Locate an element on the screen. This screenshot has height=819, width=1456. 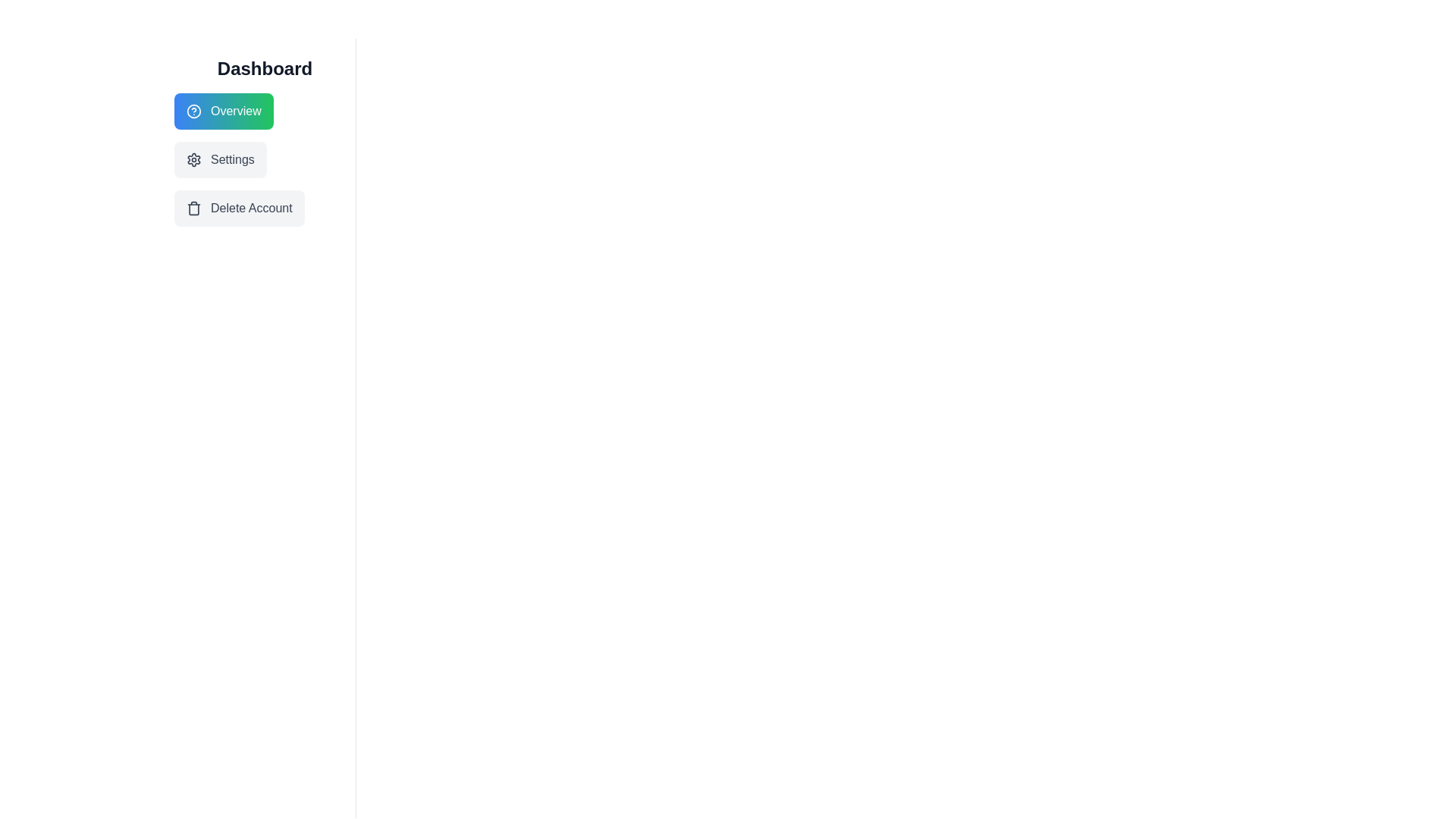
the SVG Circle element with a thin border, located near the top-left section of the interface, which represents information or help, accompanying the 'Overview' button is located at coordinates (193, 110).